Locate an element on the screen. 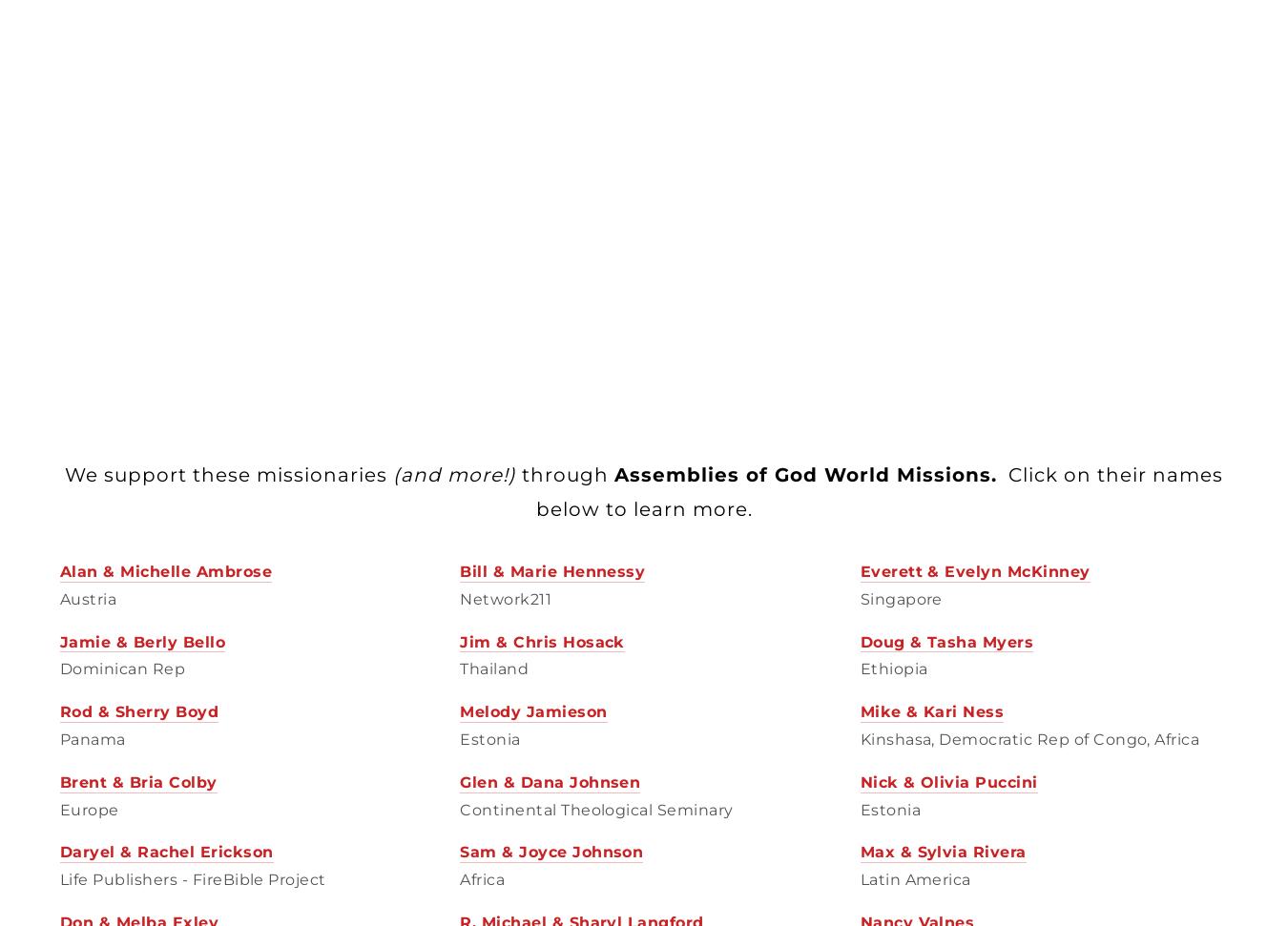  'Bill & Marie Hennessy' is located at coordinates (458, 569).